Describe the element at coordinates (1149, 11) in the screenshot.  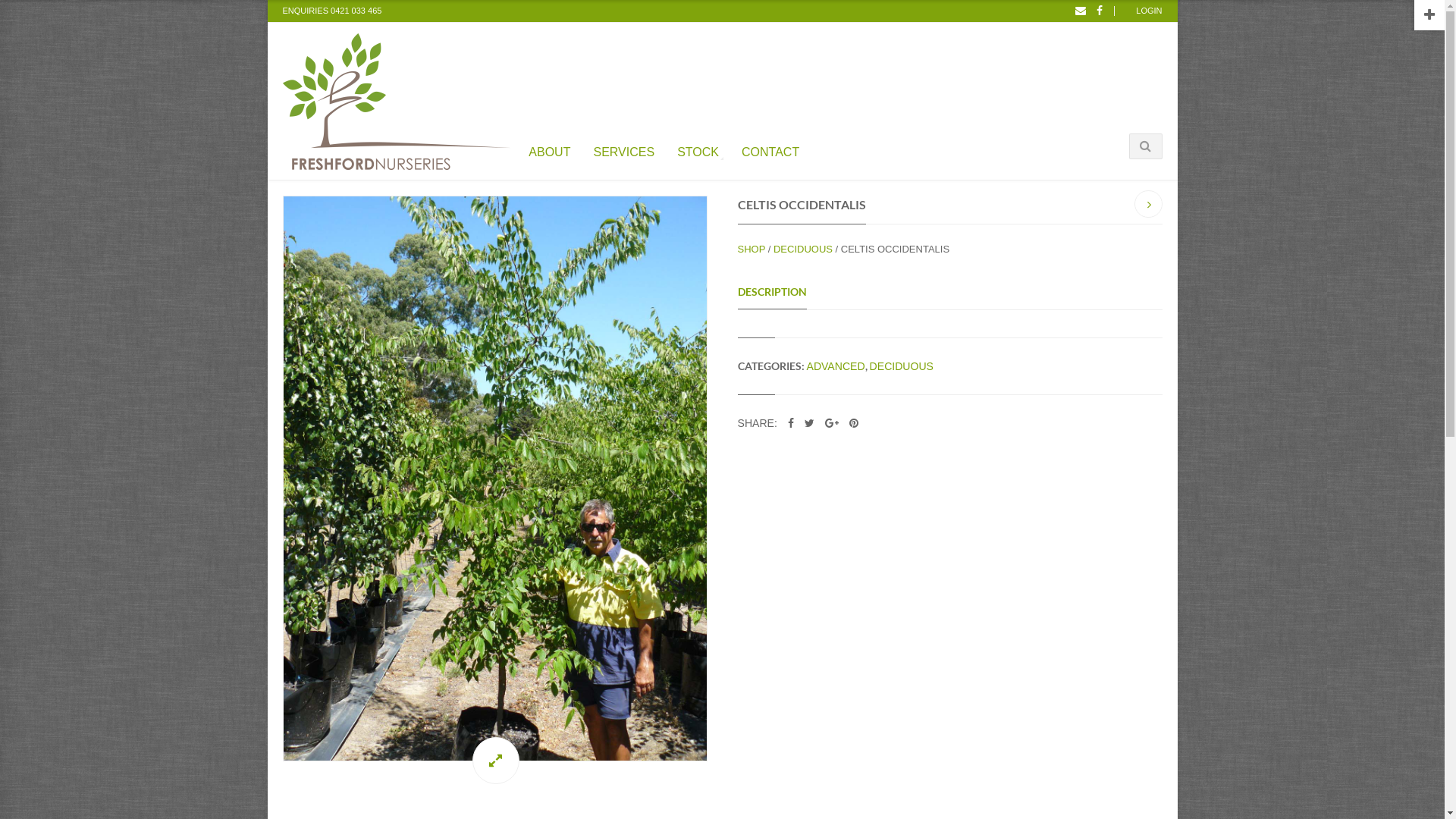
I see `'LOGIN'` at that location.